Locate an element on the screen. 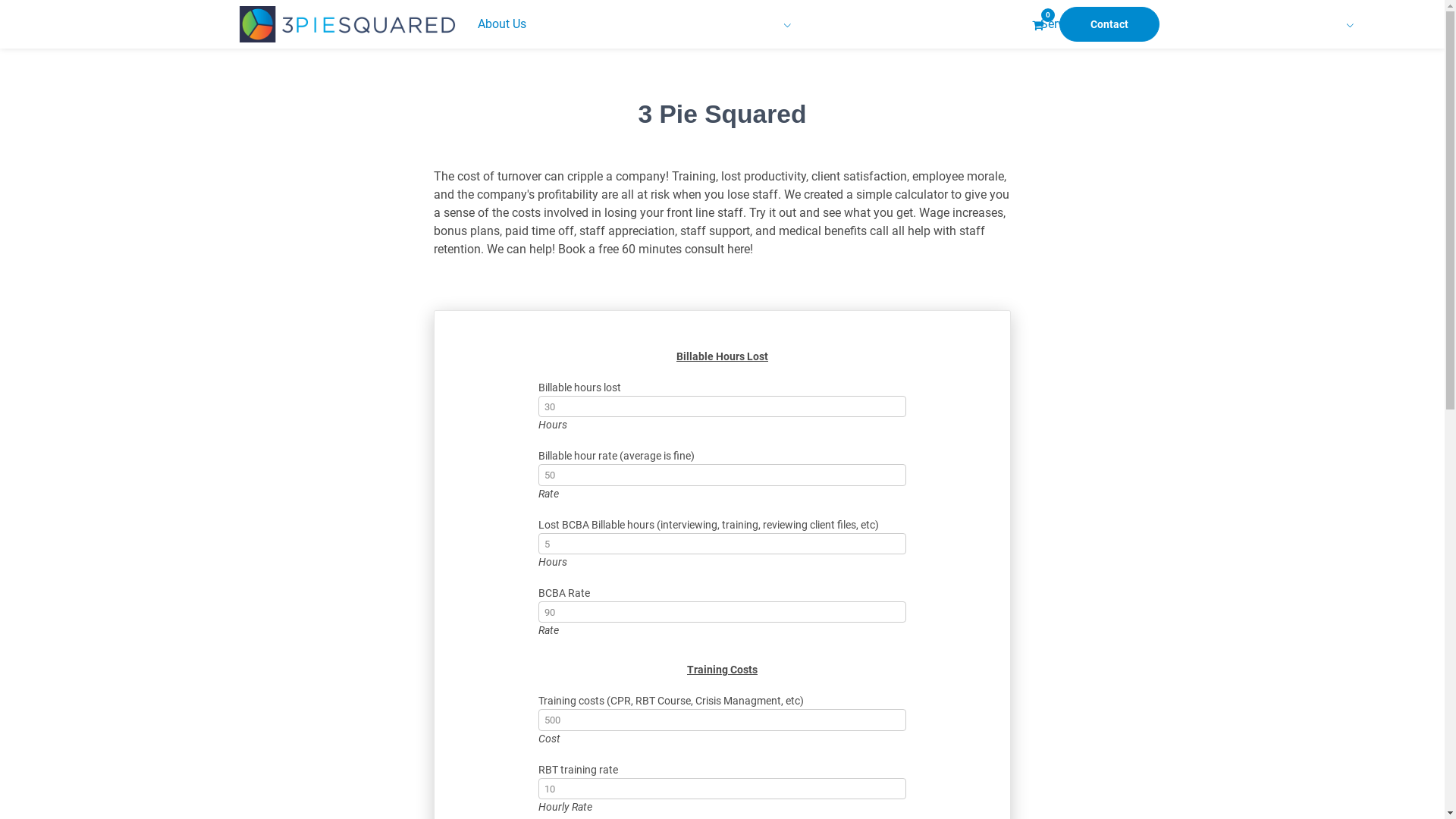 This screenshot has height=819, width=1456. 'About Us' is located at coordinates (469, 24).